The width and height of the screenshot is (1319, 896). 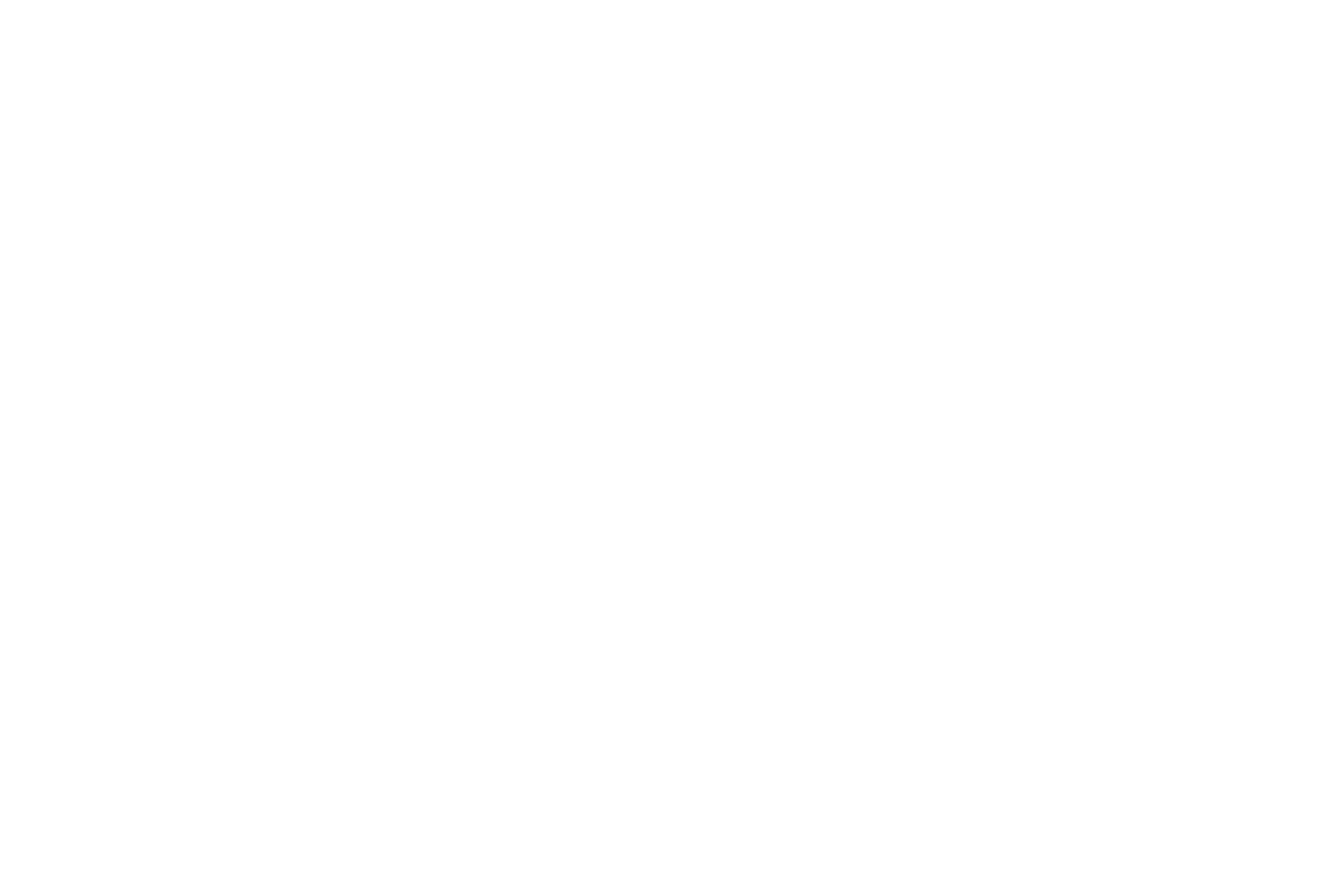 I want to click on '.', so click(x=581, y=84).